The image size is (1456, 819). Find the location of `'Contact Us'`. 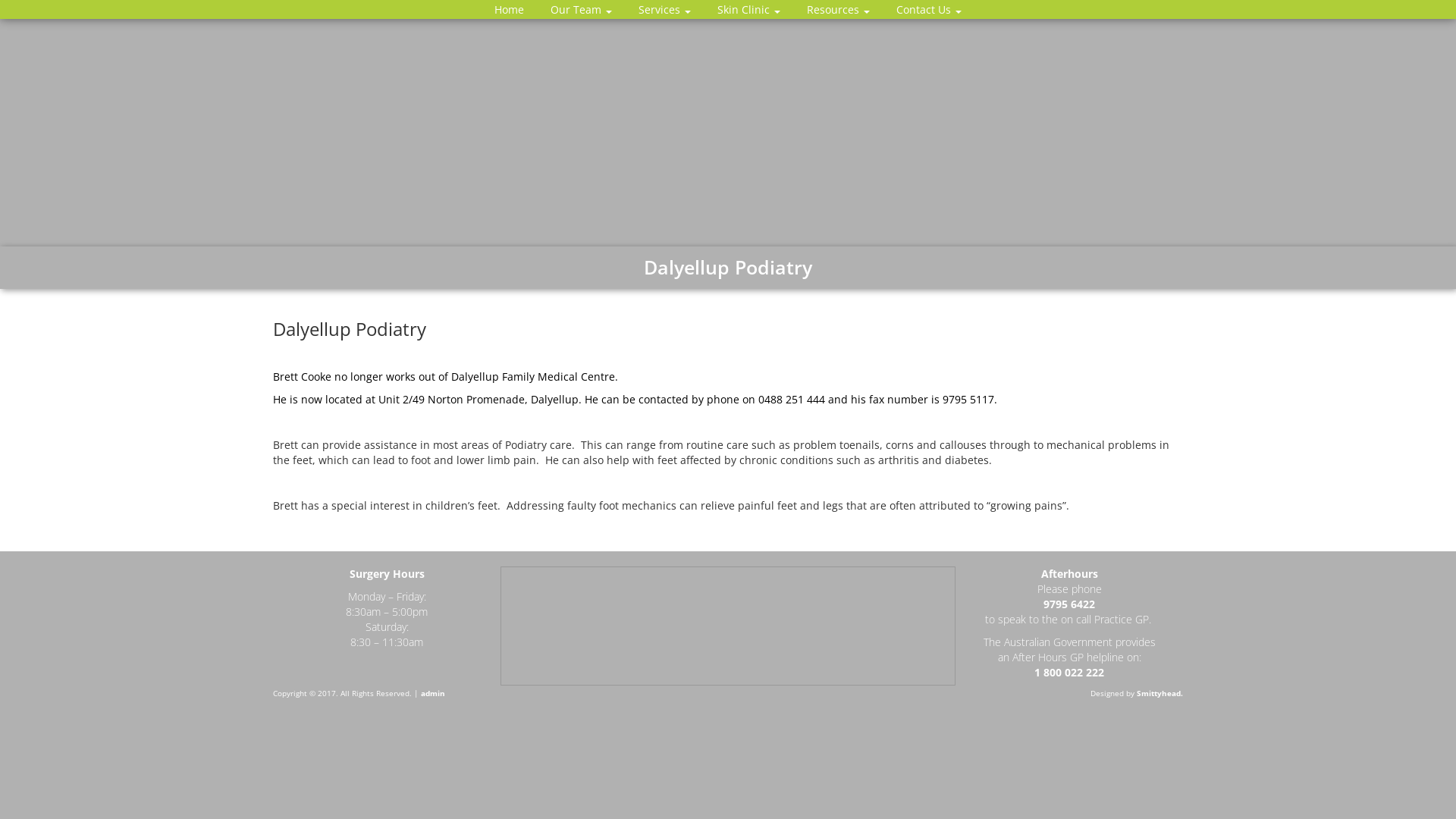

'Contact Us' is located at coordinates (927, 9).